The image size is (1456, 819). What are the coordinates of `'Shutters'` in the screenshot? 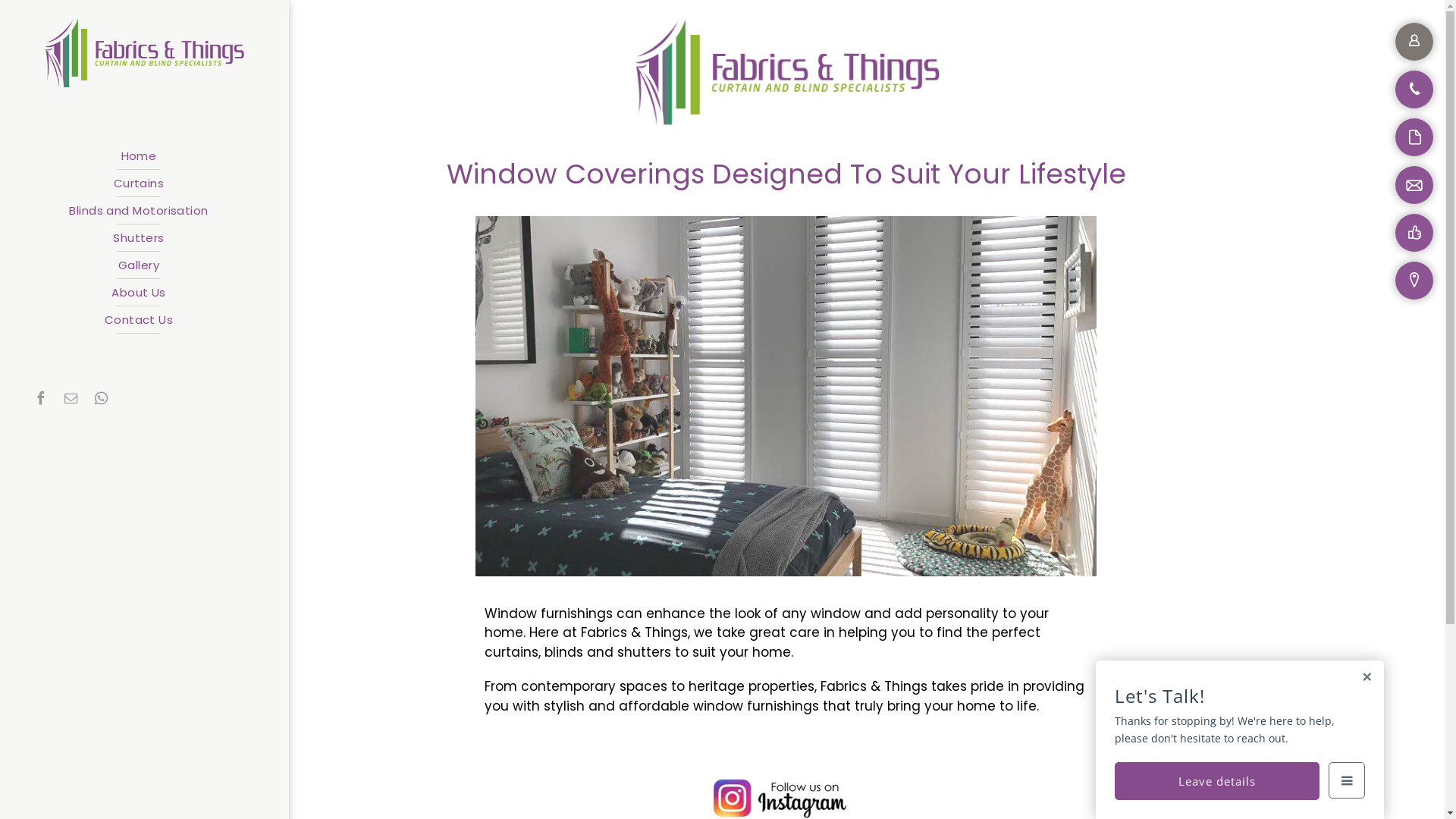 It's located at (138, 237).